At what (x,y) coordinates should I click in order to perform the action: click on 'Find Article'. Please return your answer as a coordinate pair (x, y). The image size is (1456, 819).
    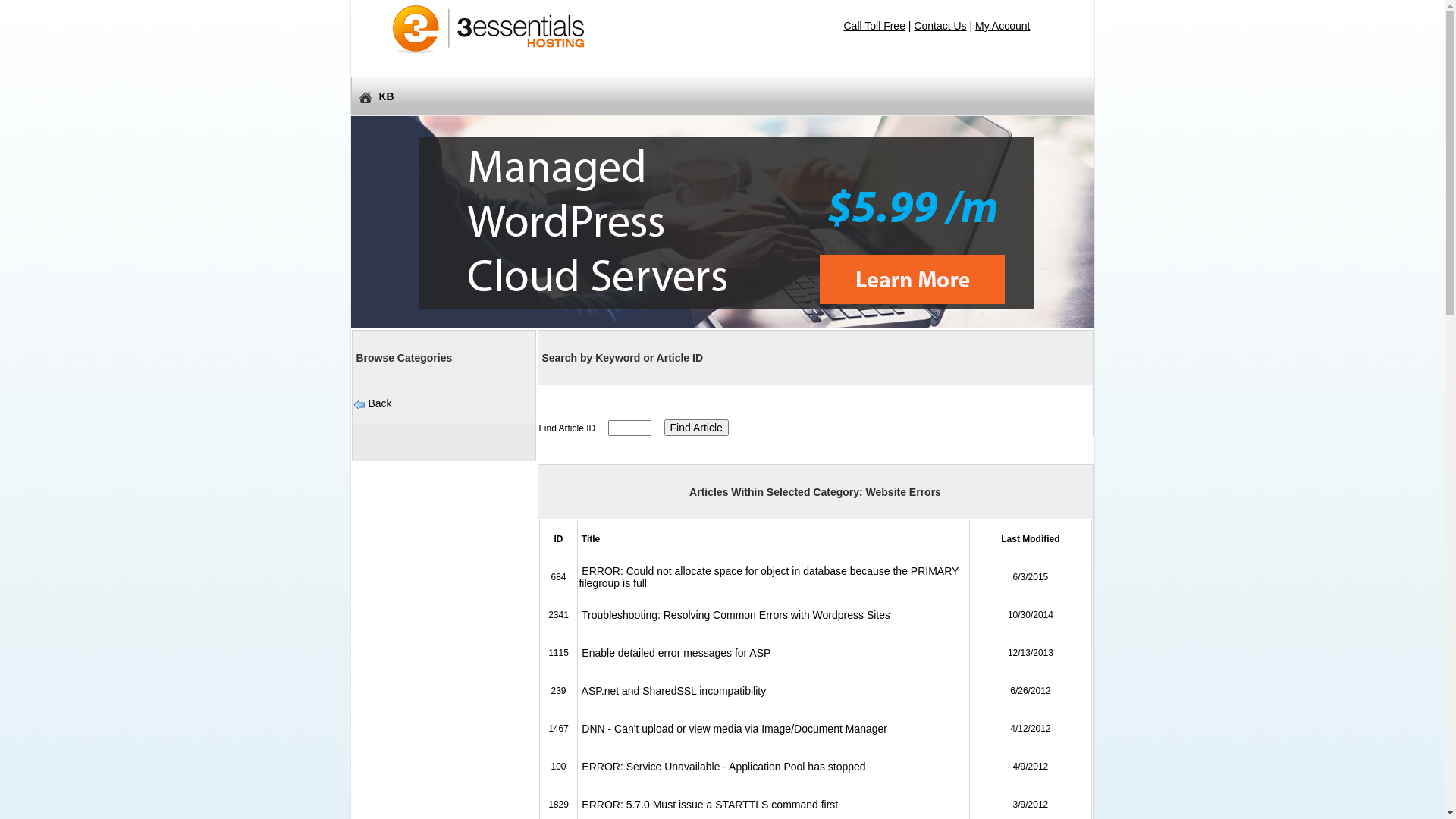
    Looking at the image, I should click on (695, 427).